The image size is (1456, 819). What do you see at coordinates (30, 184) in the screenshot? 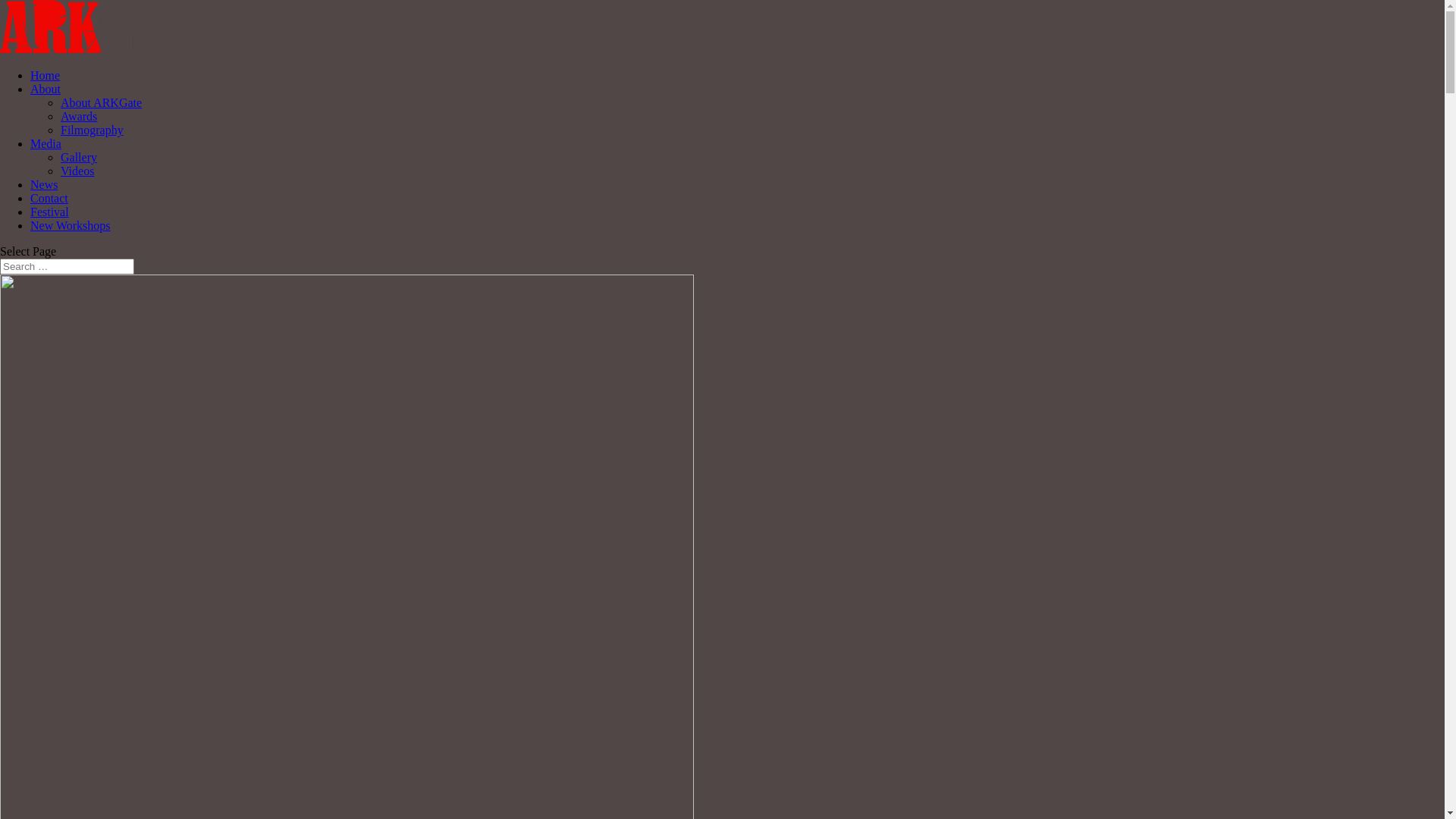
I see `'News'` at bounding box center [30, 184].